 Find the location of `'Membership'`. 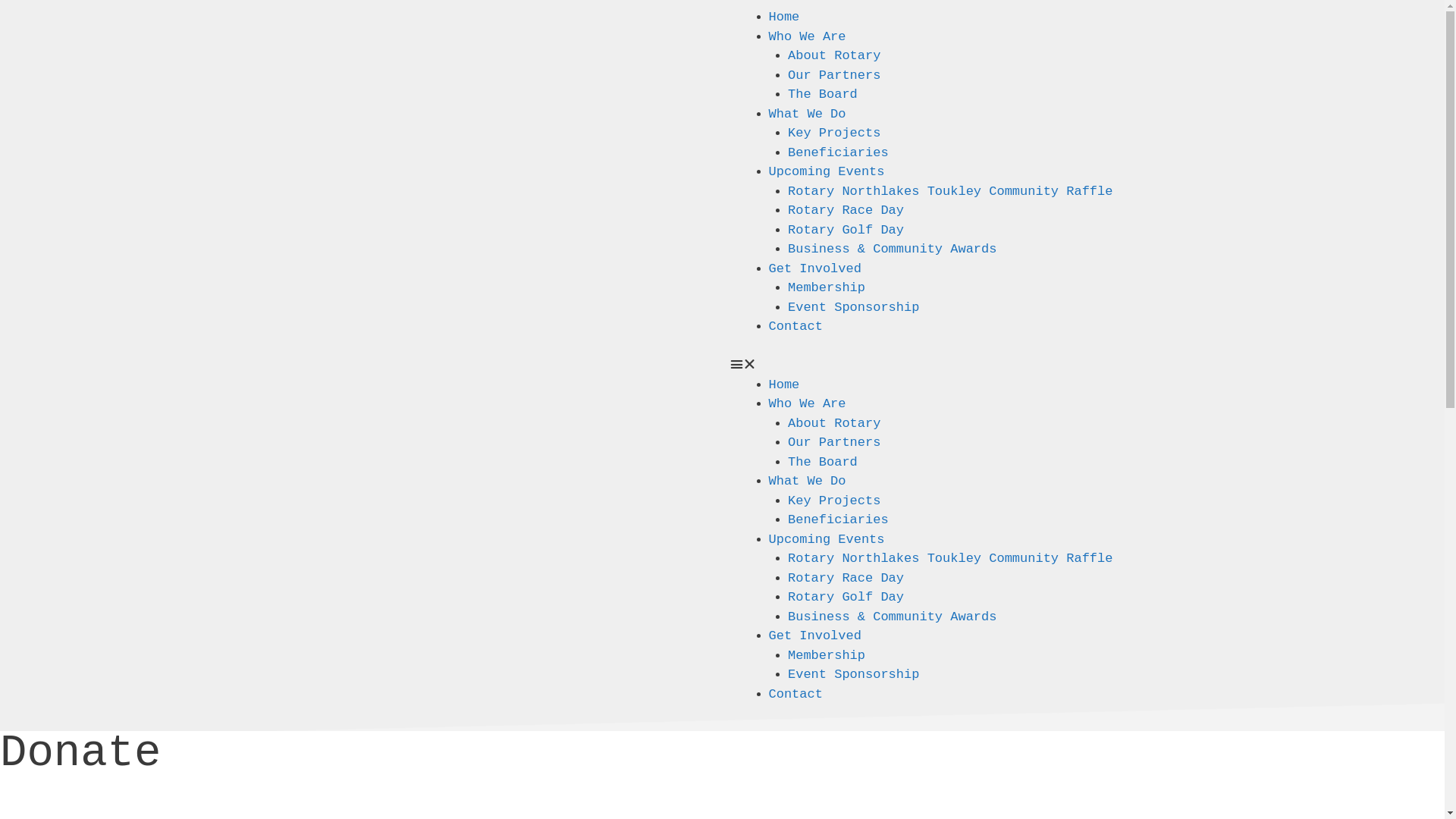

'Membership' is located at coordinates (787, 287).